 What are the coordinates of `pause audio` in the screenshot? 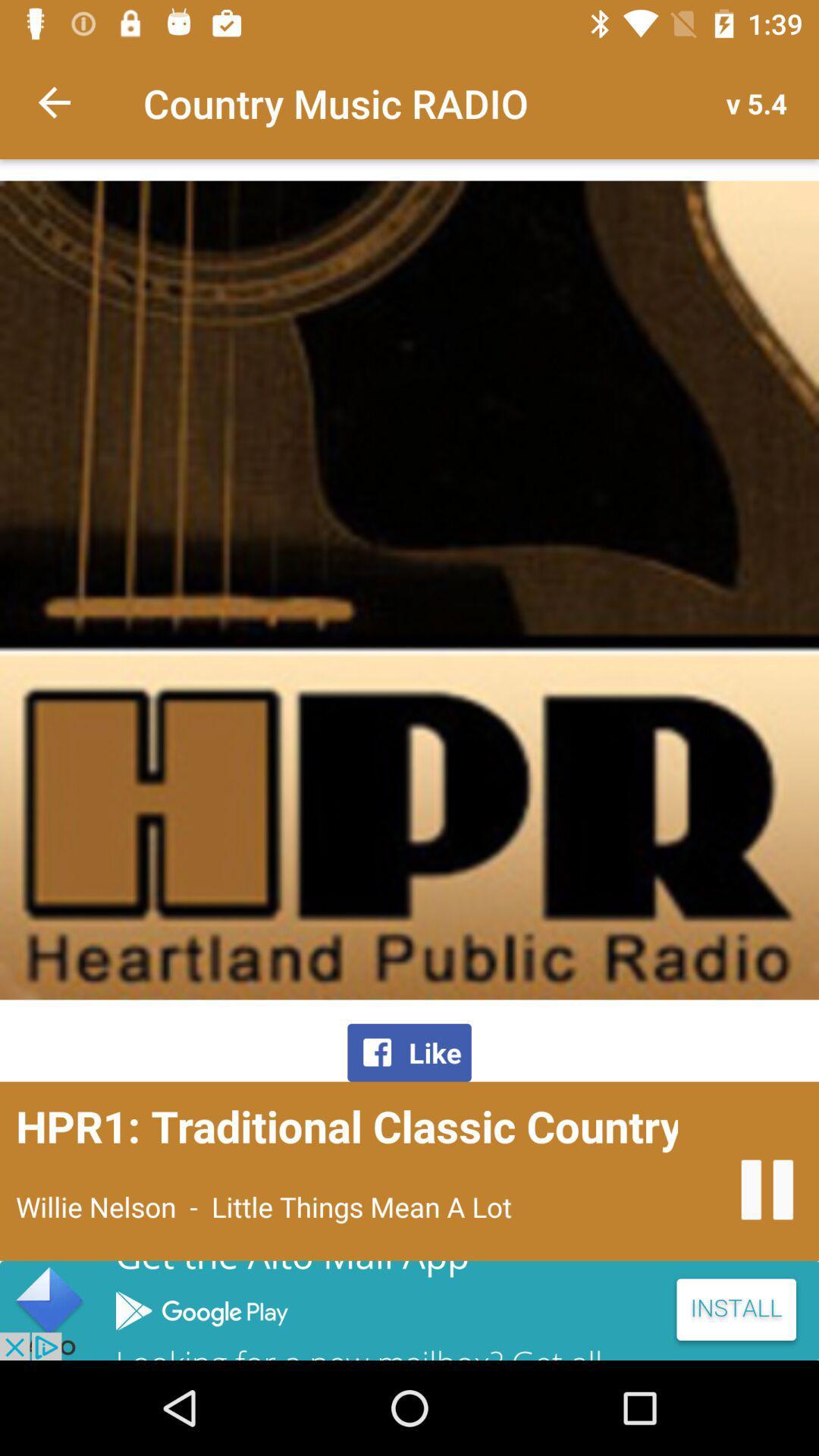 It's located at (767, 1189).